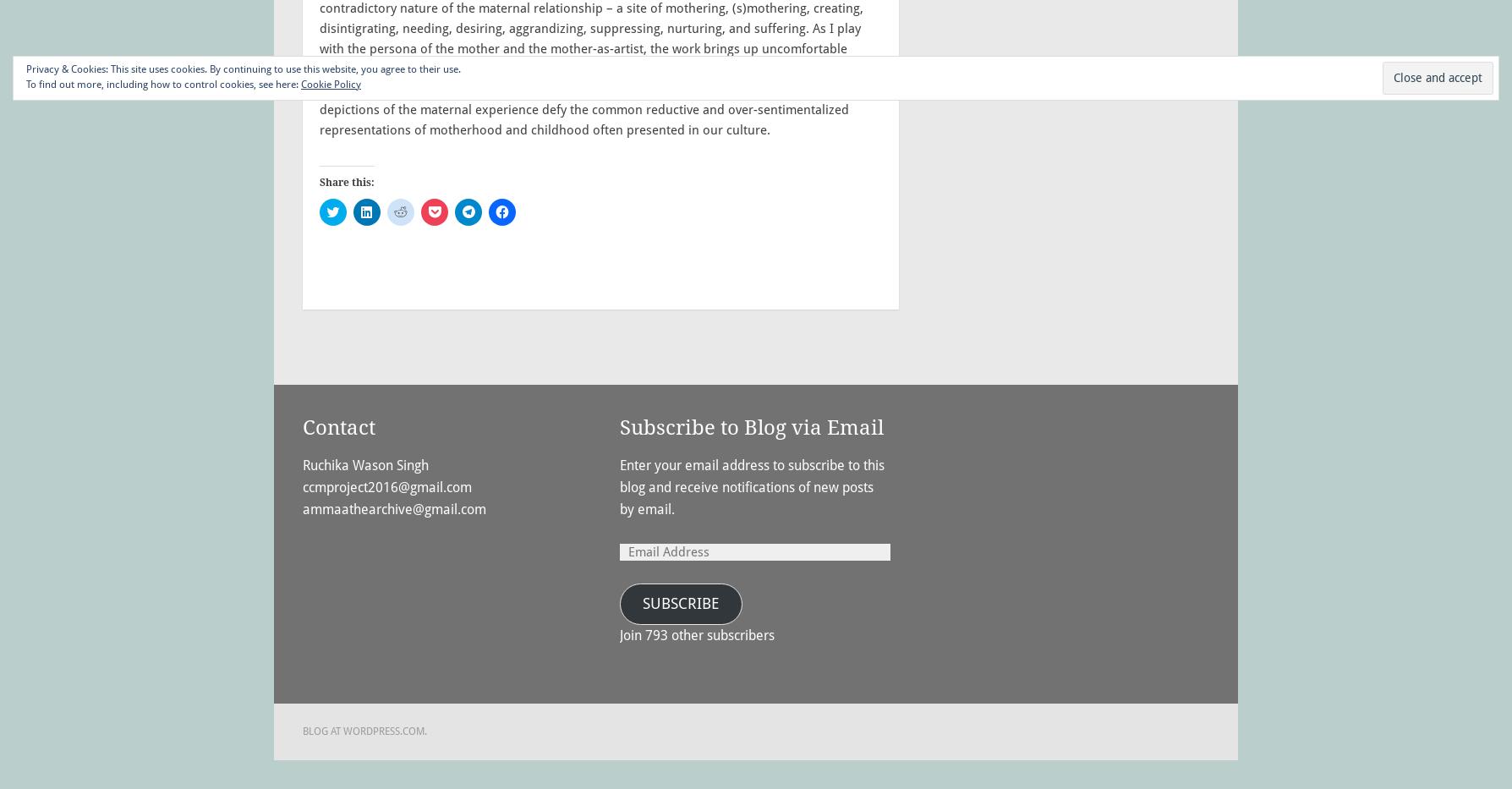  Describe the element at coordinates (696, 633) in the screenshot. I see `'Join 793 other subscribers'` at that location.